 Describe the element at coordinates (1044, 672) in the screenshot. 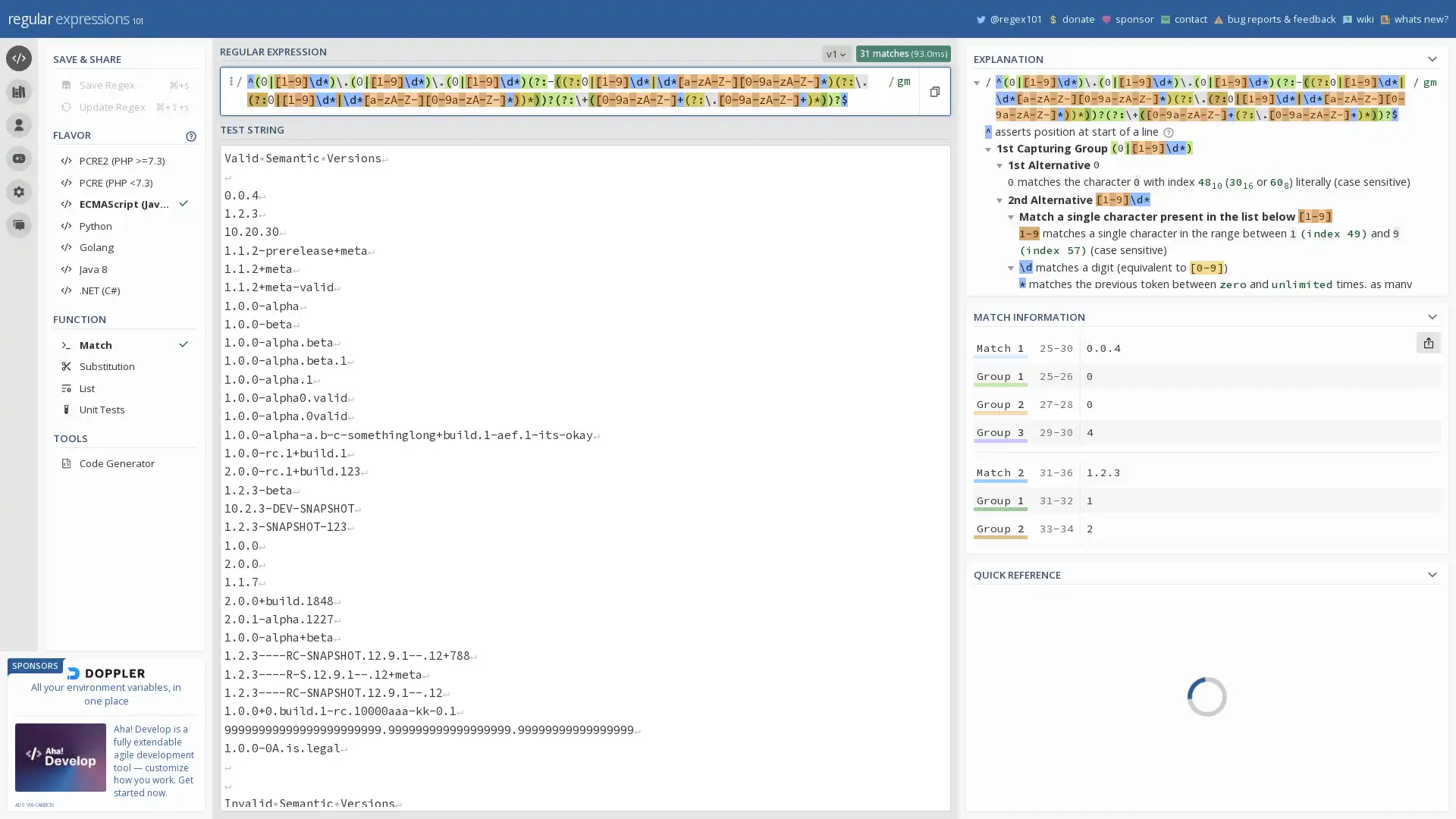

I see `General Tokens` at that location.